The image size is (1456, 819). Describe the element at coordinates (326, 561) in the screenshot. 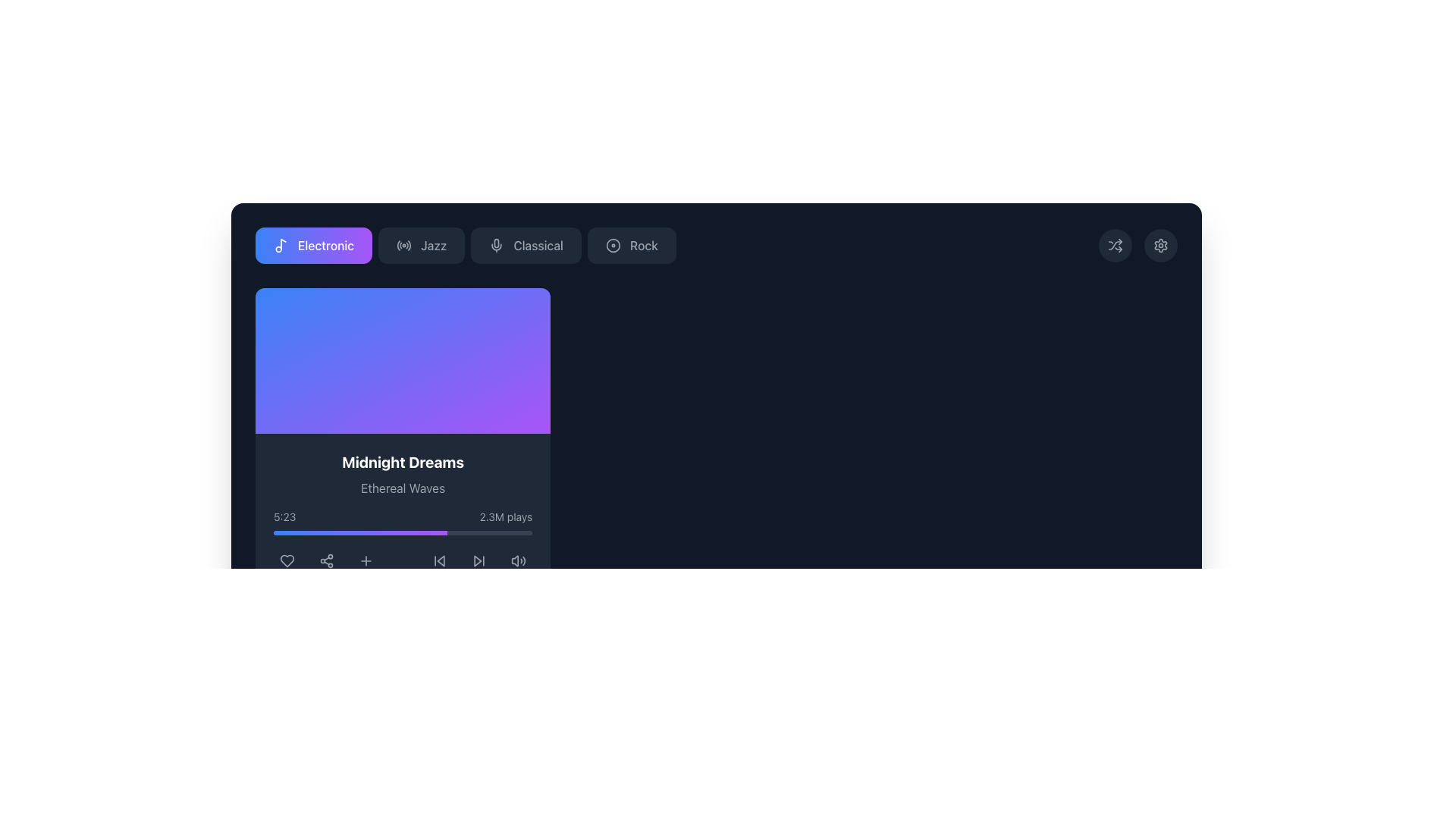

I see `the sharing button, which is a small icon resembling a sharing network diagram with three connected dots, located between the 'like' heart icon and a '+' icon` at that location.